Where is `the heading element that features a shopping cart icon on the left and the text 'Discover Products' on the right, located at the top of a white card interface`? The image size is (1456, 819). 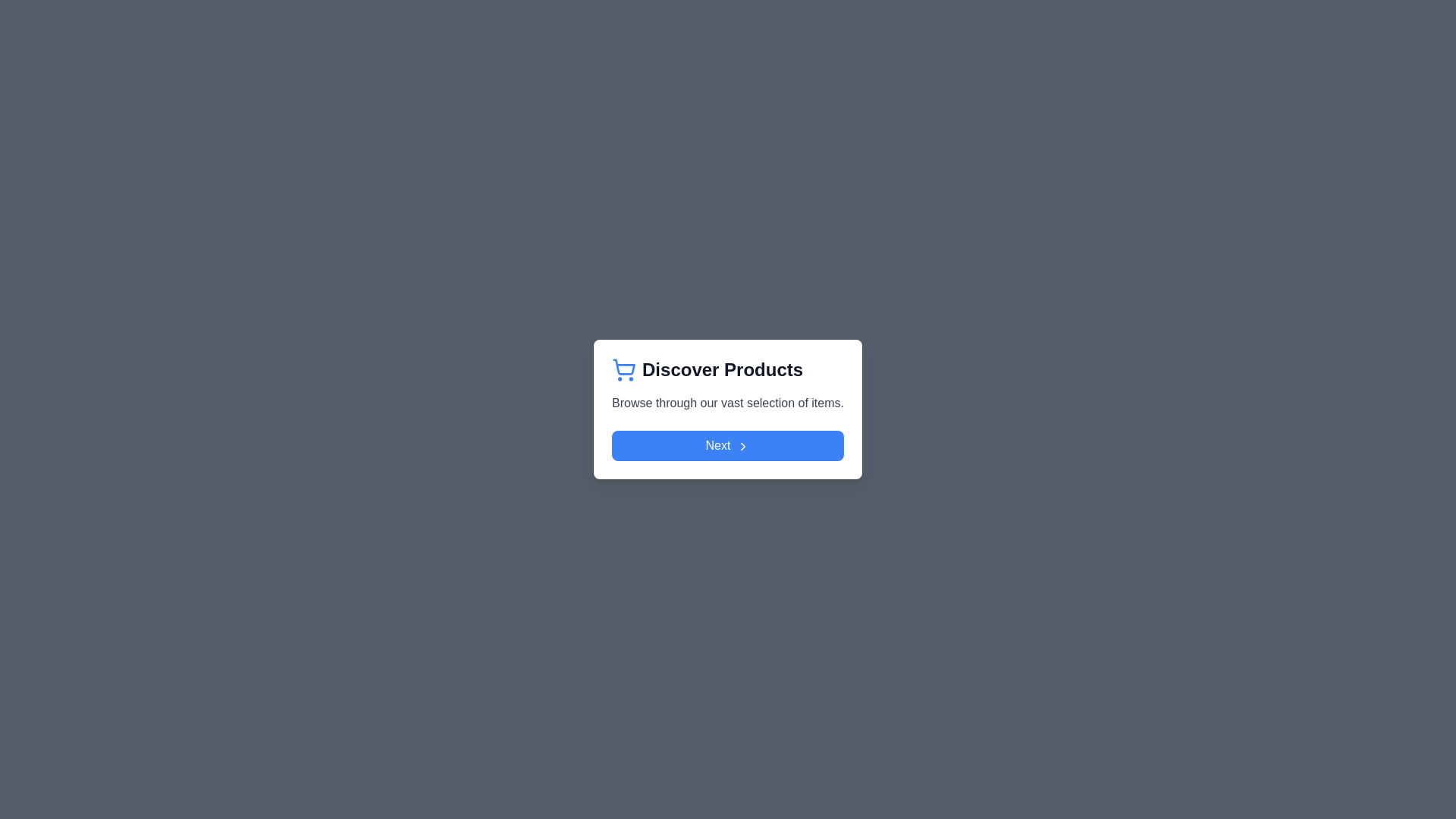
the heading element that features a shopping cart icon on the left and the text 'Discover Products' on the right, located at the top of a white card interface is located at coordinates (728, 370).